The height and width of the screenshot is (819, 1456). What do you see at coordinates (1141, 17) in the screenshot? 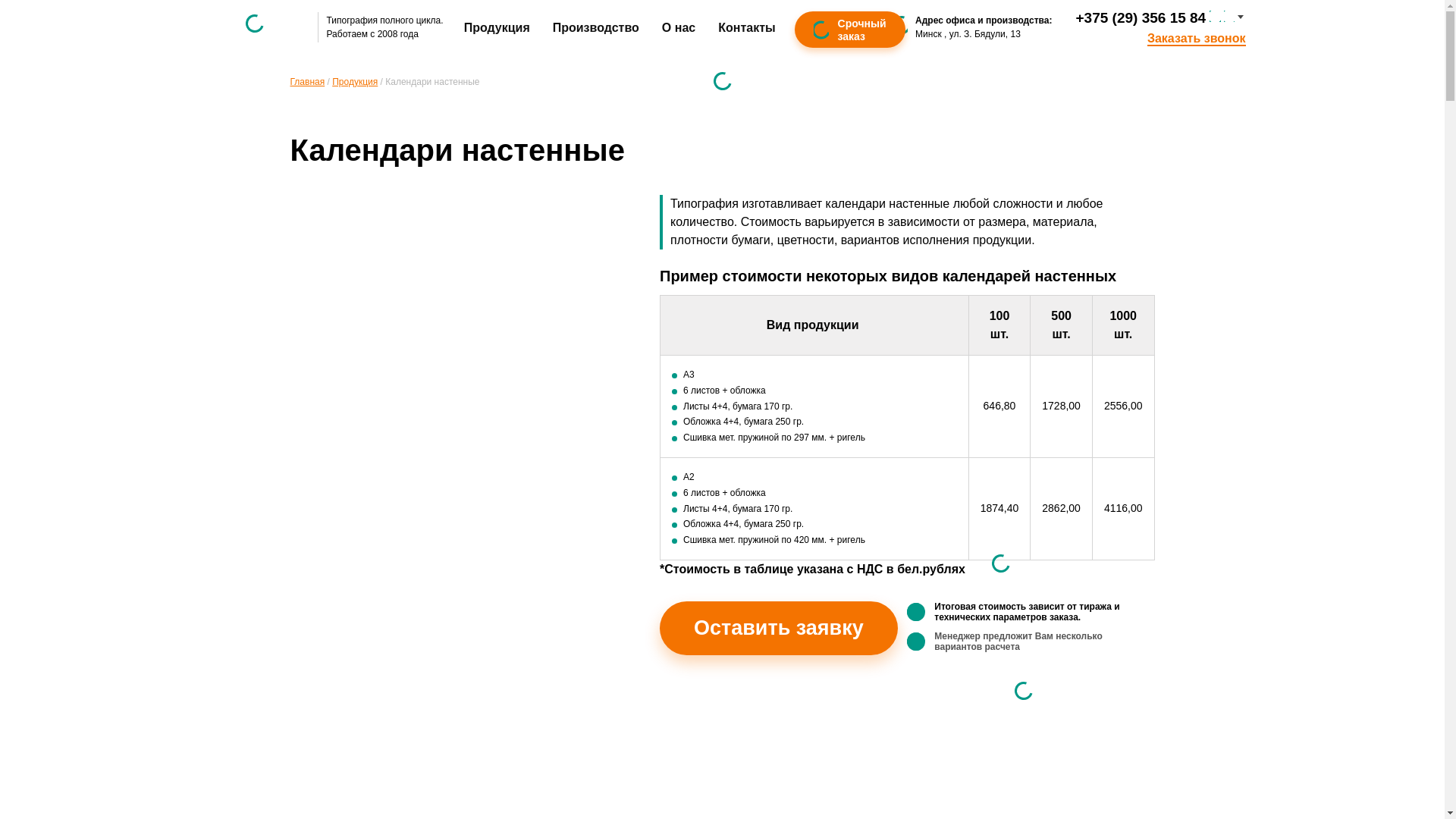
I see `'+375 (29) 356 15 84'` at bounding box center [1141, 17].